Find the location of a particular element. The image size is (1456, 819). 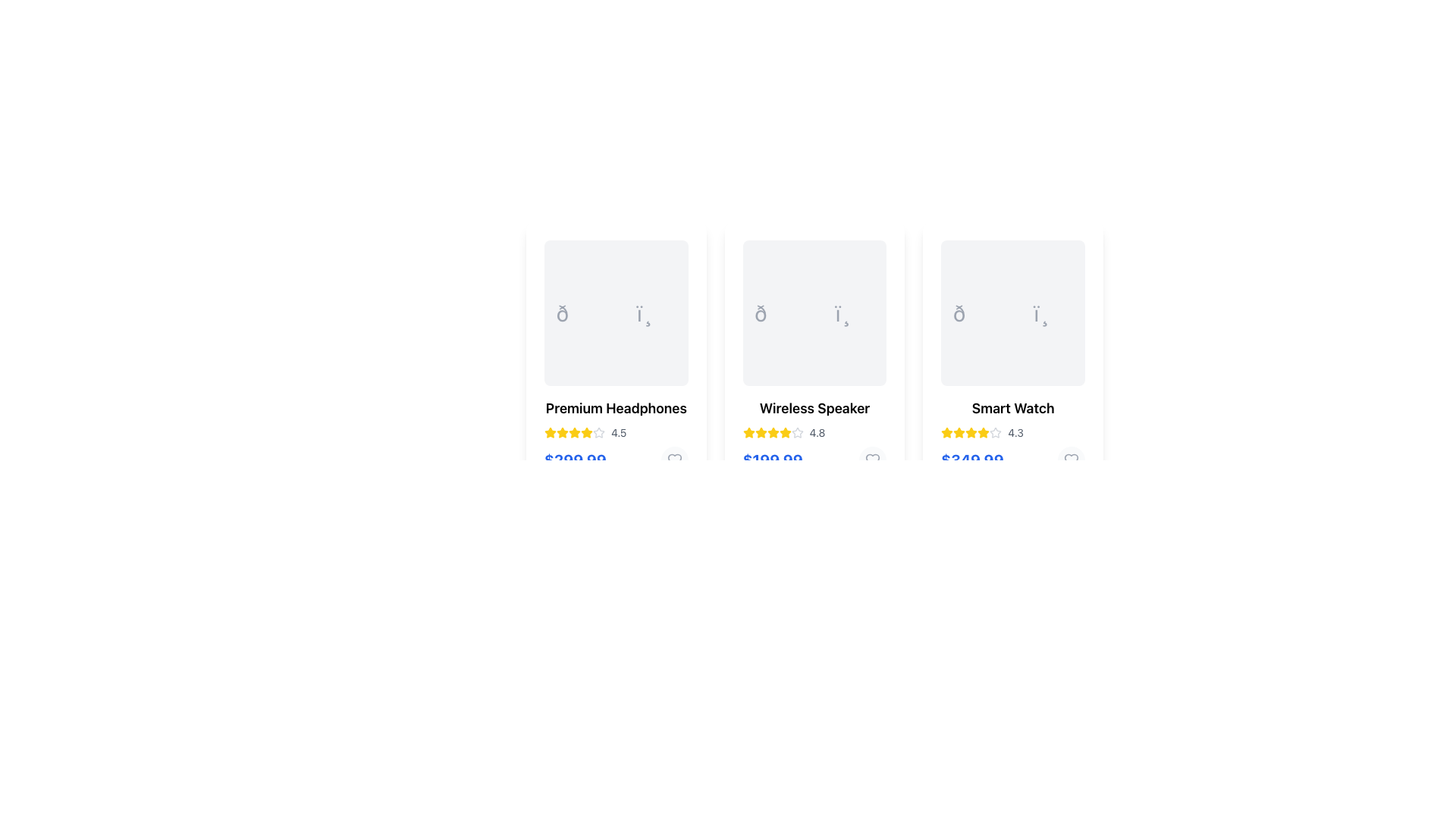

the price label of the 'Wireless Speaker' product located at the bottom center of the second product card from the left is located at coordinates (773, 459).